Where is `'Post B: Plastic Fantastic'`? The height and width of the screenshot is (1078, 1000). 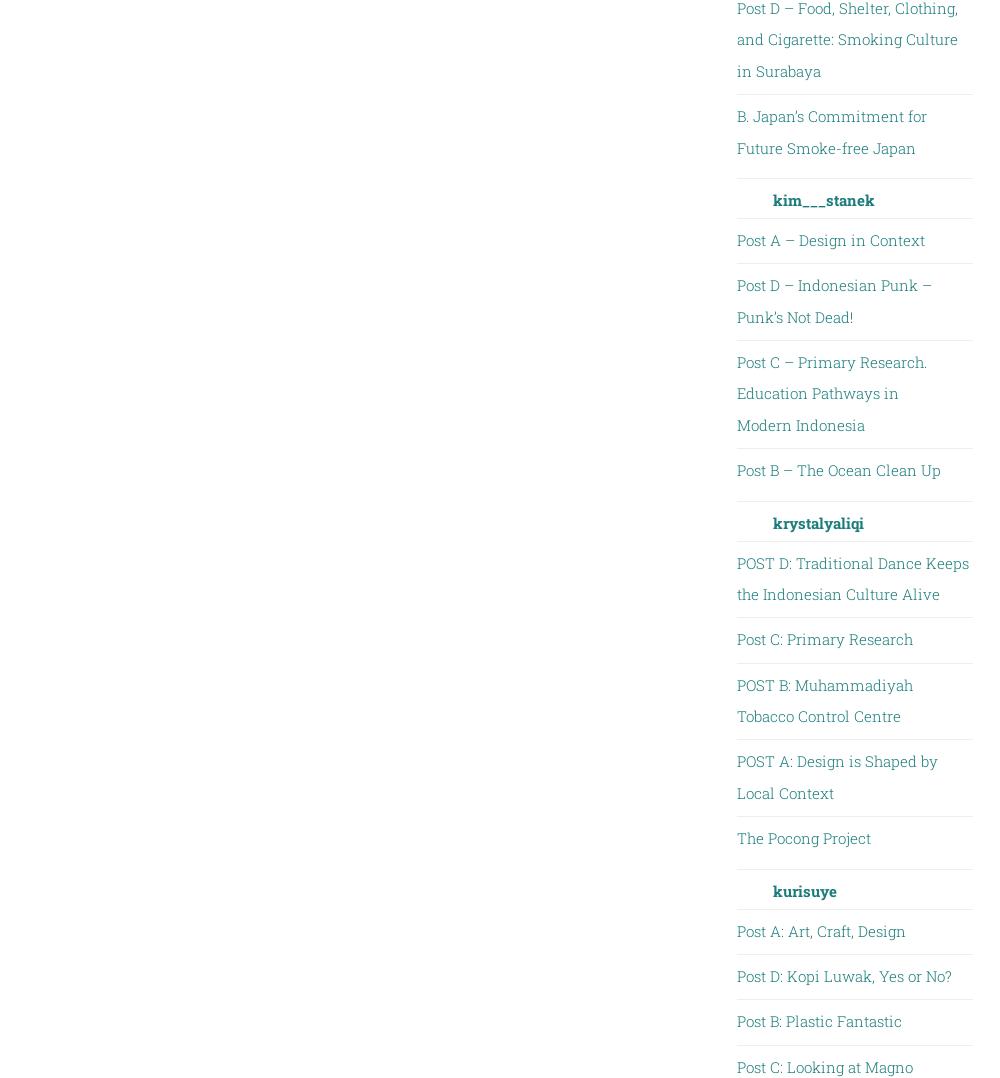 'Post B: Plastic Fantastic' is located at coordinates (817, 1019).